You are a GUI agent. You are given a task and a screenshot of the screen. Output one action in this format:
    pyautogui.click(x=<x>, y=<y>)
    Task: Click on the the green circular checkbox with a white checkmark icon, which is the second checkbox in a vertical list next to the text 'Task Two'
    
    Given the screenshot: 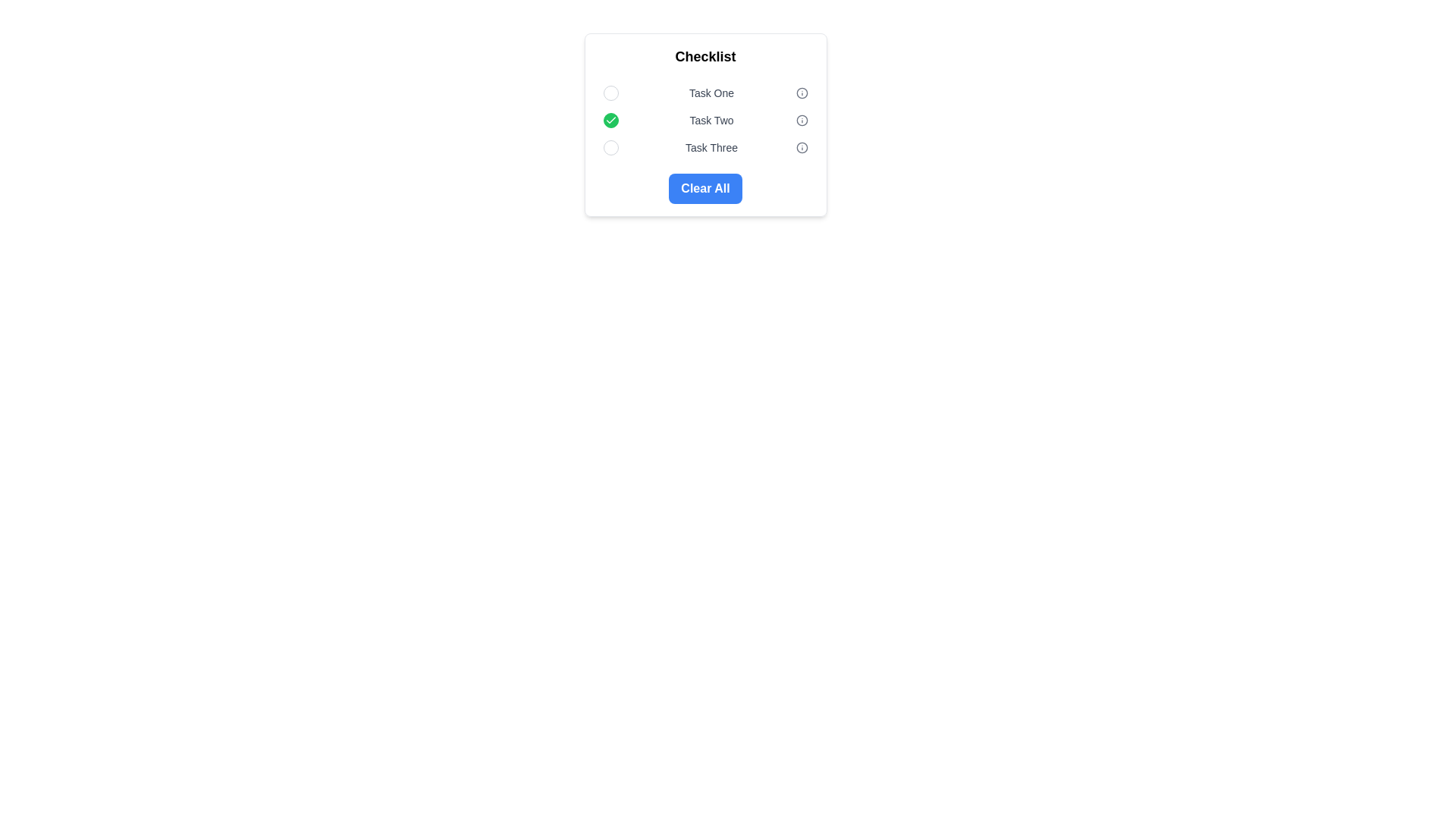 What is the action you would take?
    pyautogui.click(x=610, y=119)
    